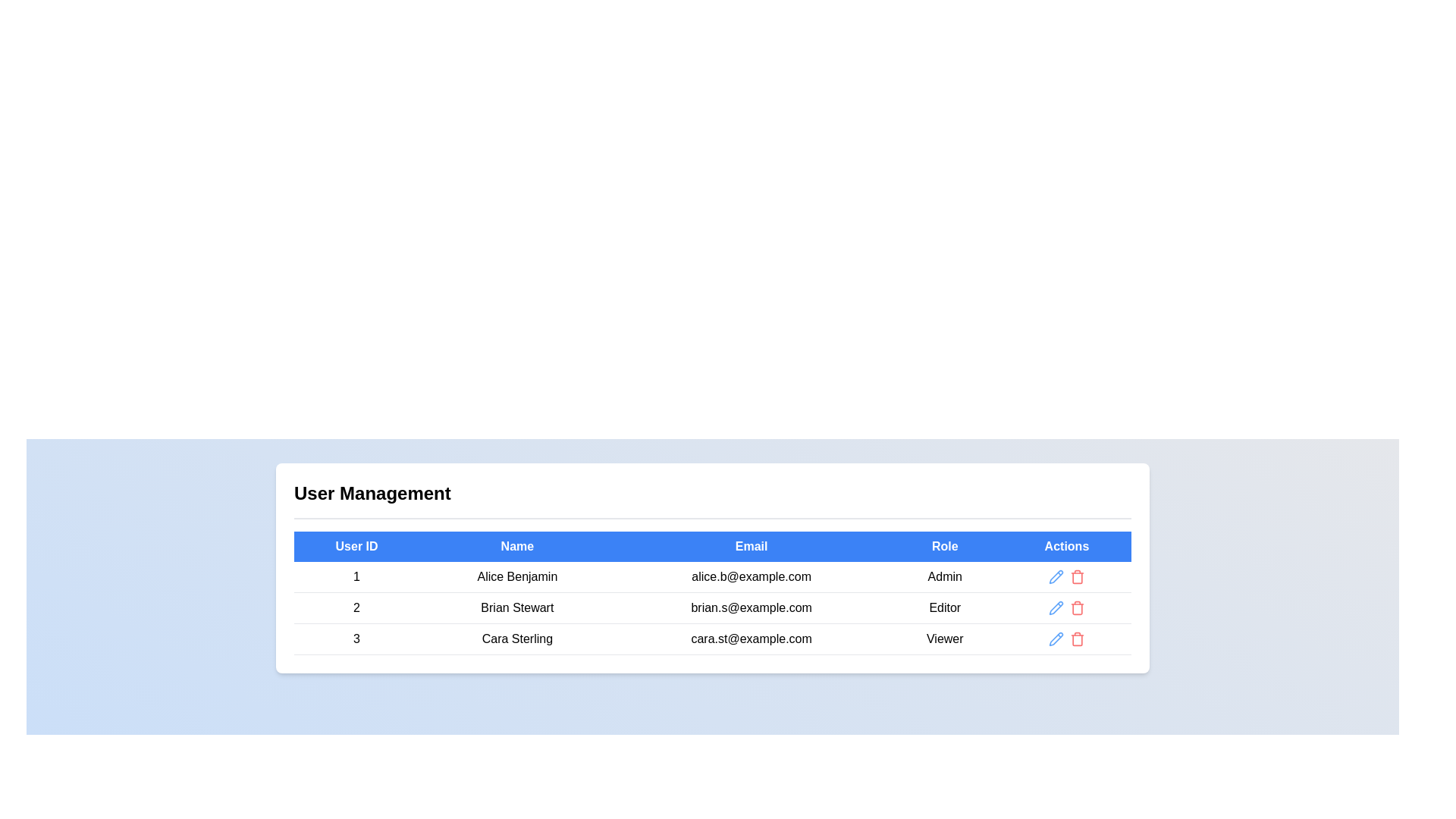 The height and width of the screenshot is (819, 1456). I want to click on the blue pen icon in the Interactive action buttons group, so click(1065, 607).